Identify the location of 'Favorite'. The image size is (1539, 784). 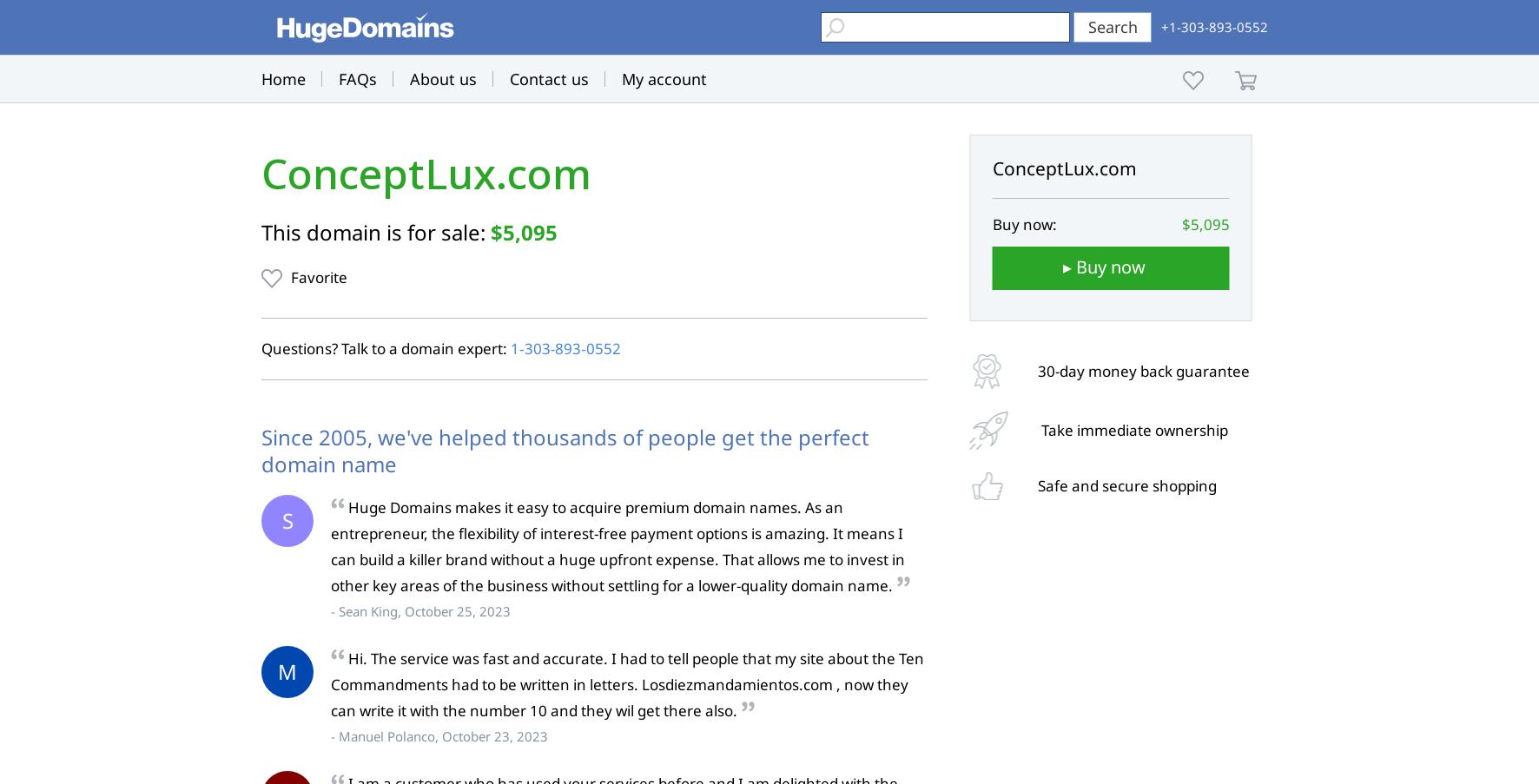
(291, 276).